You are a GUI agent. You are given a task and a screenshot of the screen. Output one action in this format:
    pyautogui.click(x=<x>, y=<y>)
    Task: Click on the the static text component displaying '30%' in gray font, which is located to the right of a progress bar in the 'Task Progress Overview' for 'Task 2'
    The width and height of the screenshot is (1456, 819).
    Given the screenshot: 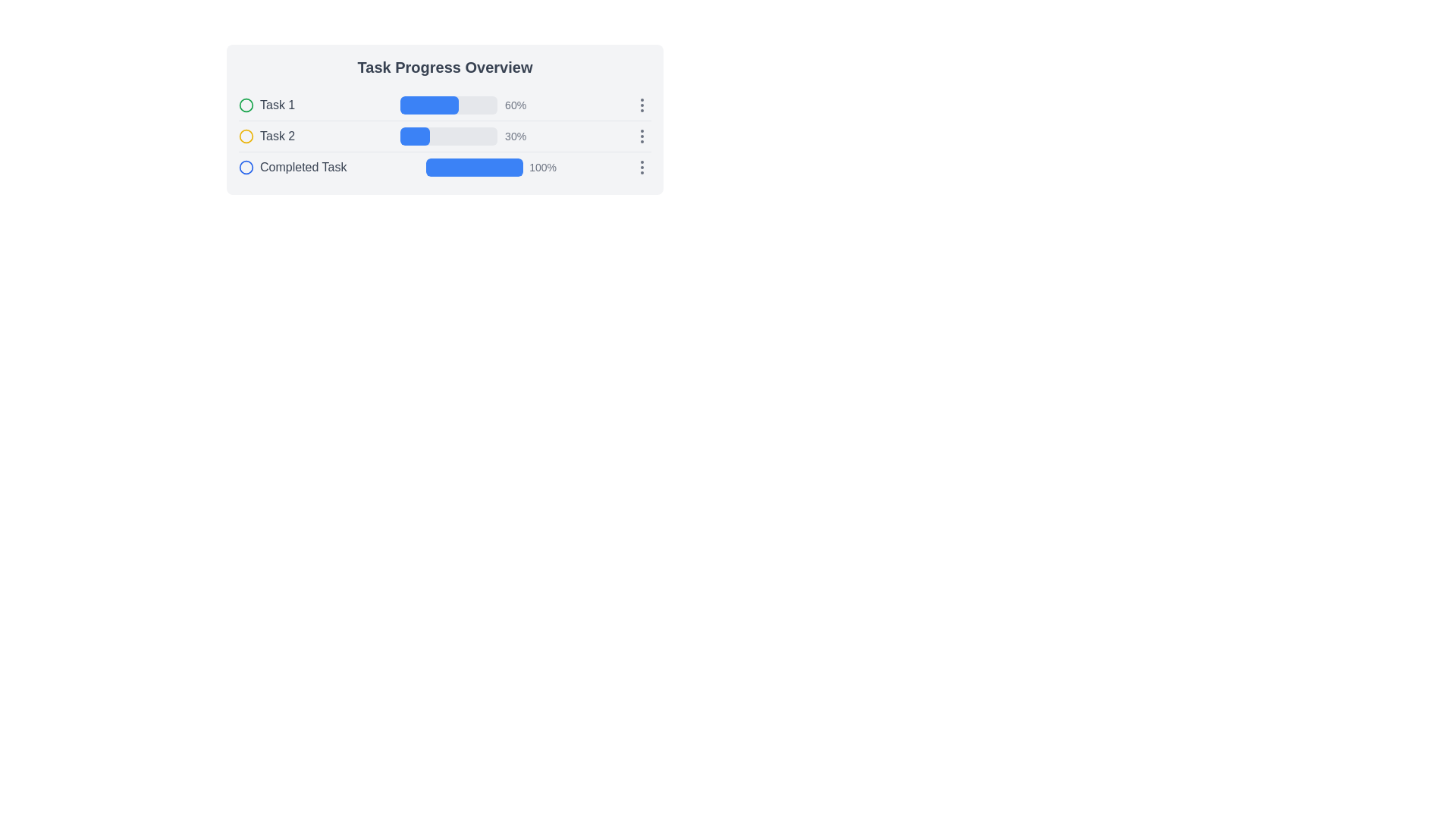 What is the action you would take?
    pyautogui.click(x=516, y=136)
    